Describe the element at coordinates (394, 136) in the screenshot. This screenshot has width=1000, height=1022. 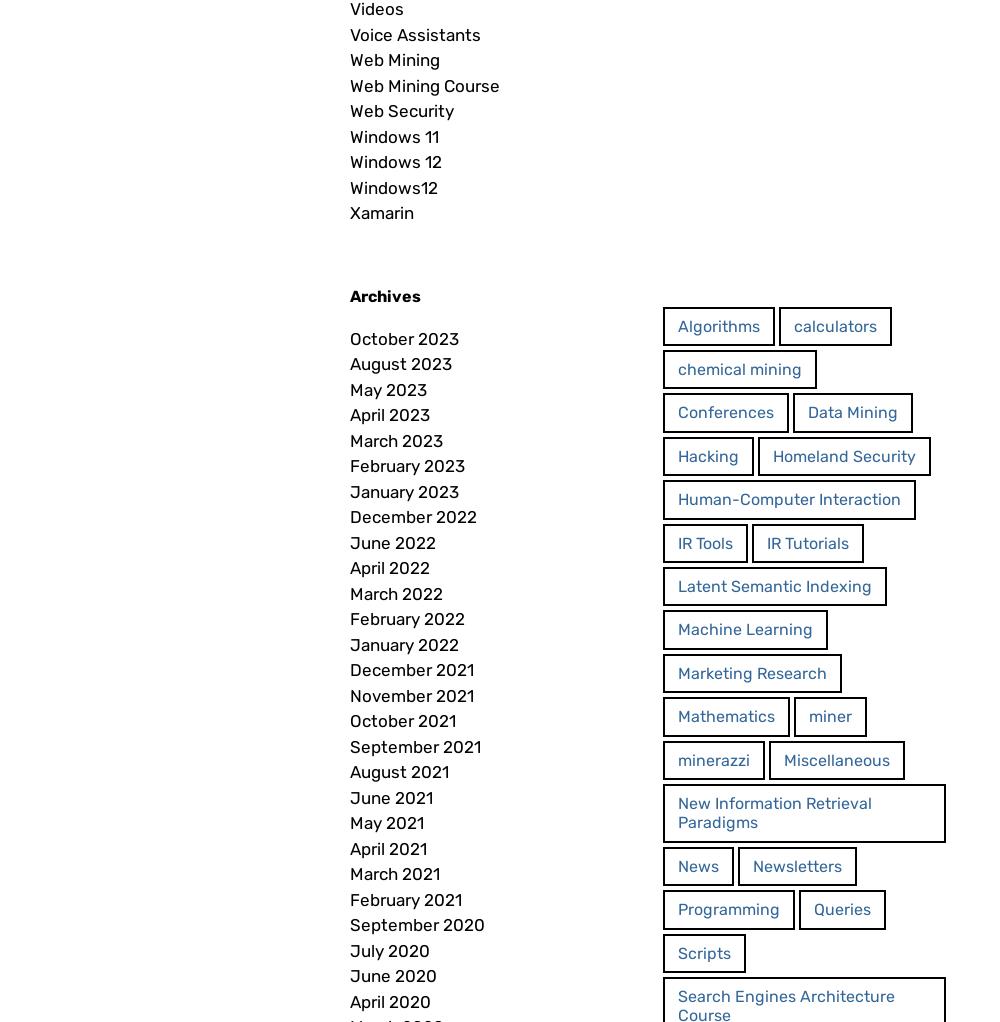
I see `'Windows 11'` at that location.